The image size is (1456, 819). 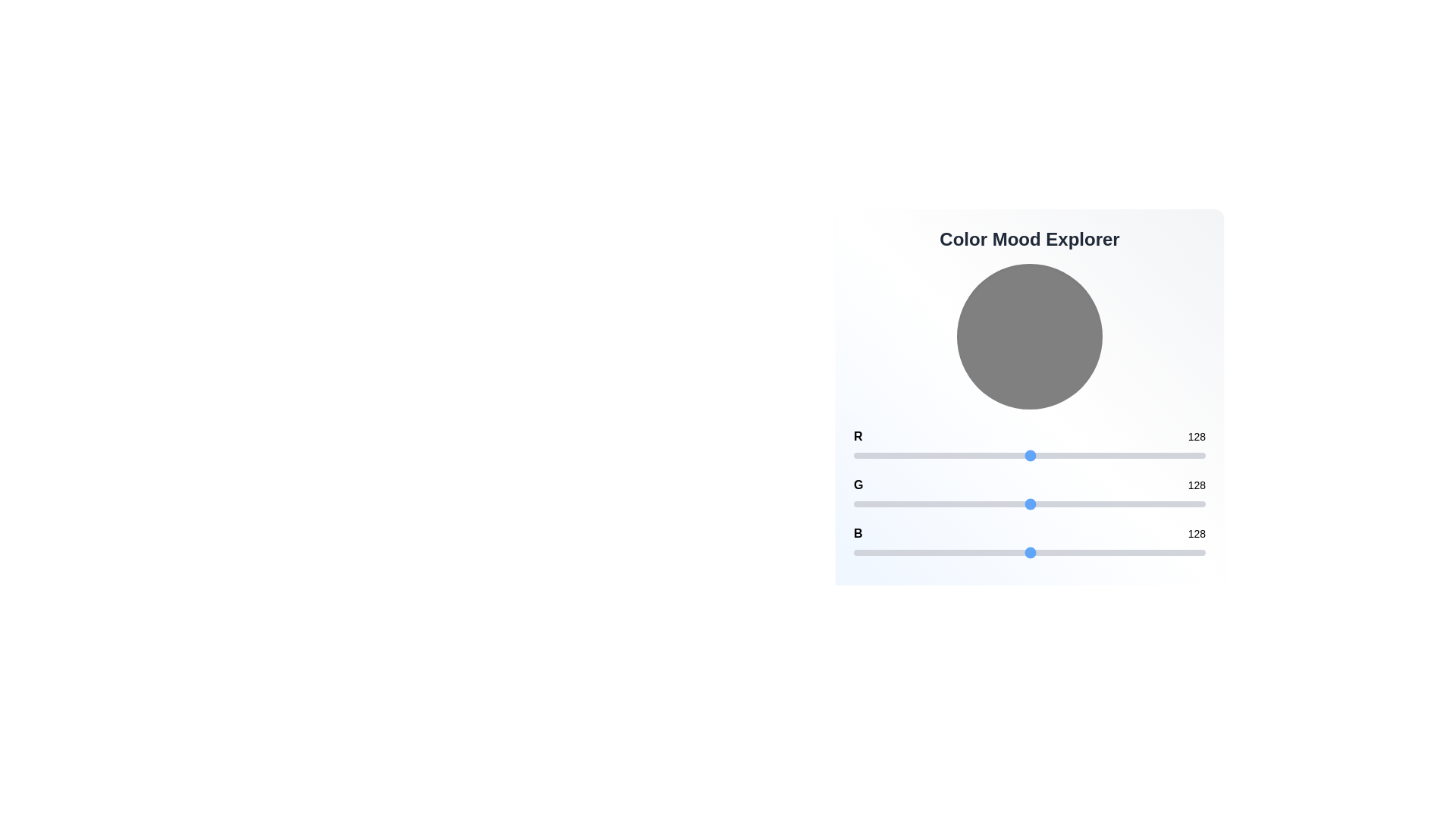 I want to click on the green color channel slider to 133, so click(x=1037, y=504).